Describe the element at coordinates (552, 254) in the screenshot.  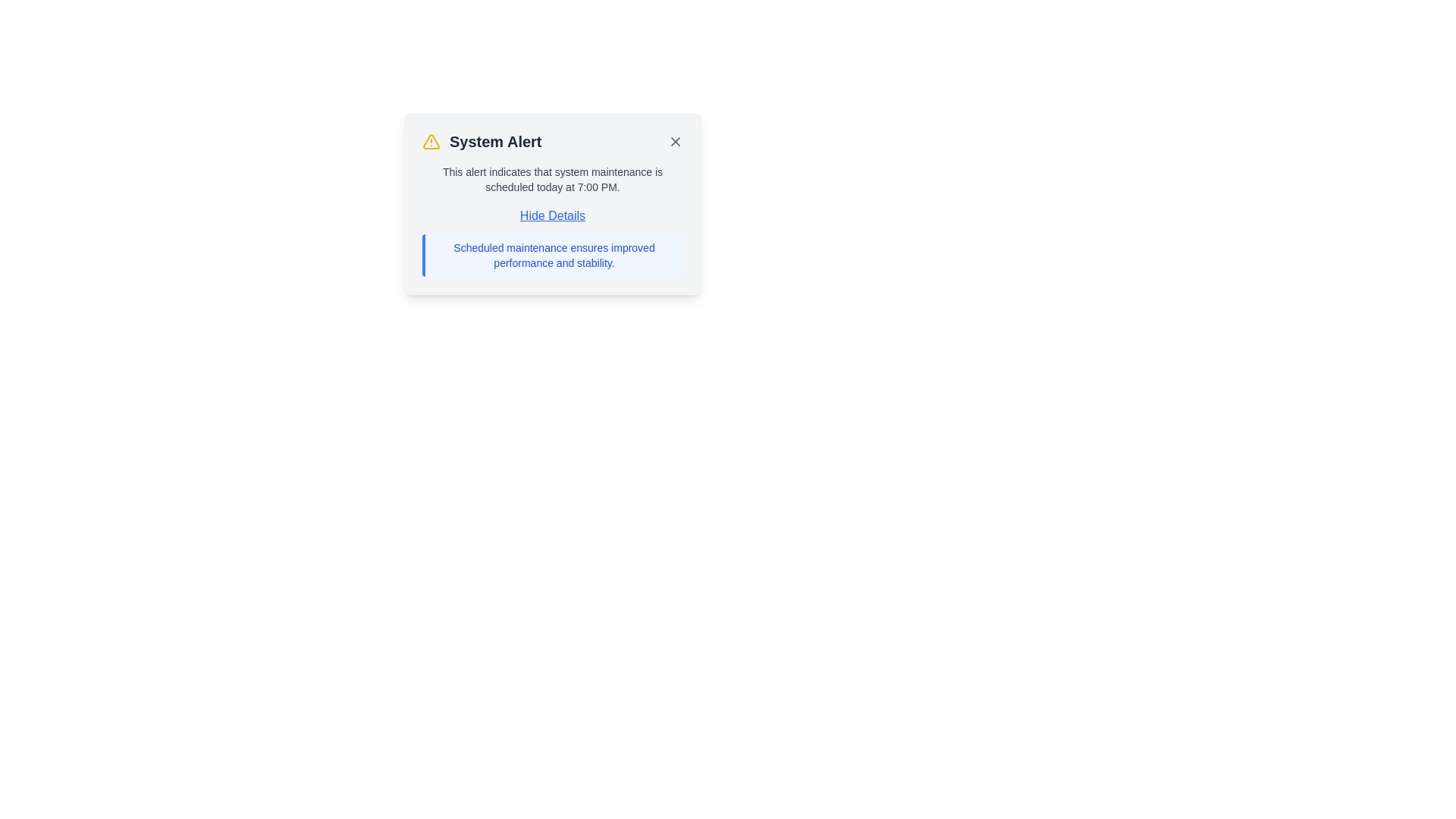
I see `the informational text block that displays a message about scheduled maintenance, which is located below the 'Hide Details' link` at that location.